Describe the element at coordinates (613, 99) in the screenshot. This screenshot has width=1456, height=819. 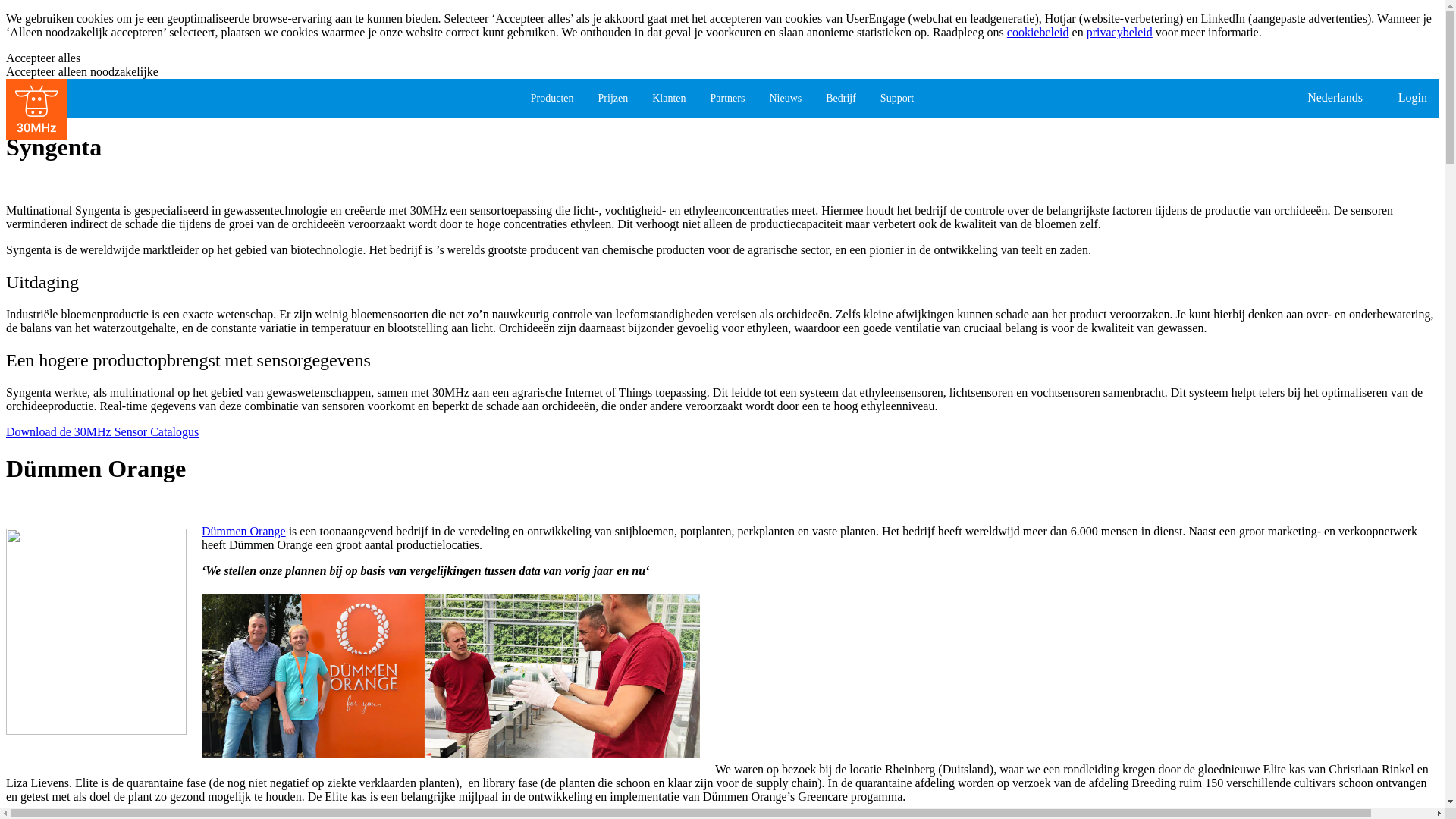
I see `'Prijzen'` at that location.